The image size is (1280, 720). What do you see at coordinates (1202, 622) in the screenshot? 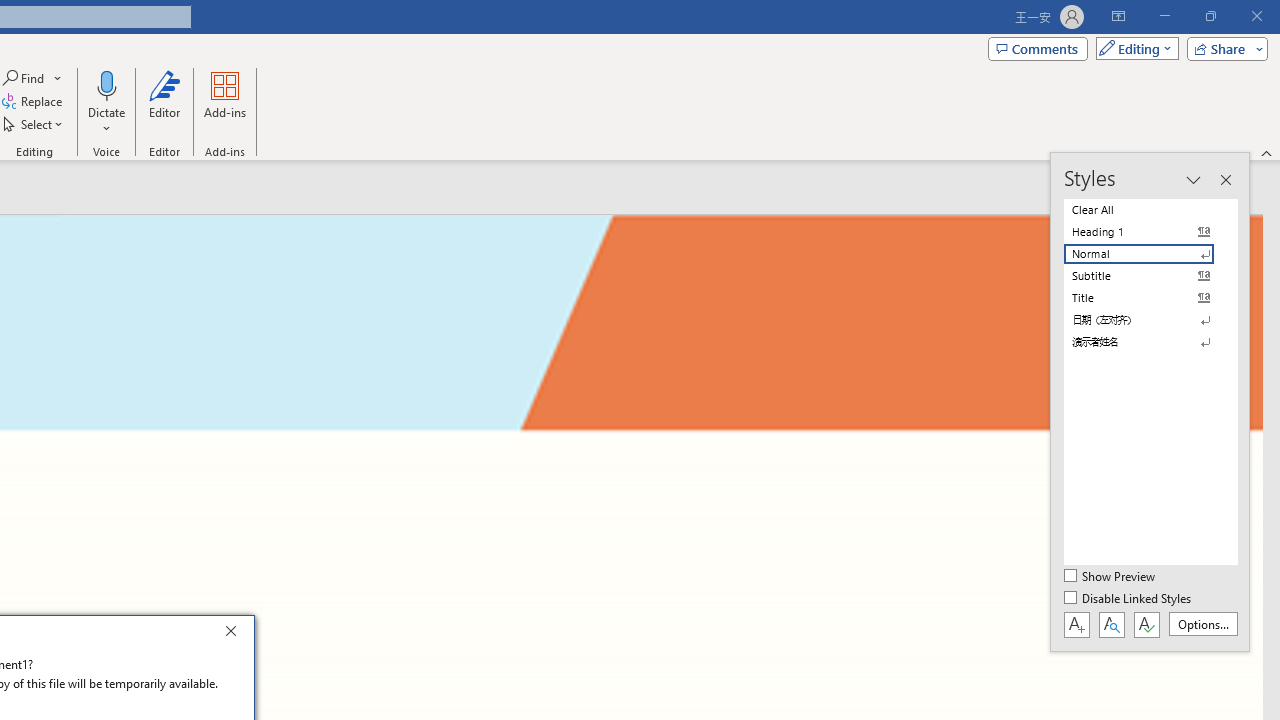
I see `'Options...'` at bounding box center [1202, 622].